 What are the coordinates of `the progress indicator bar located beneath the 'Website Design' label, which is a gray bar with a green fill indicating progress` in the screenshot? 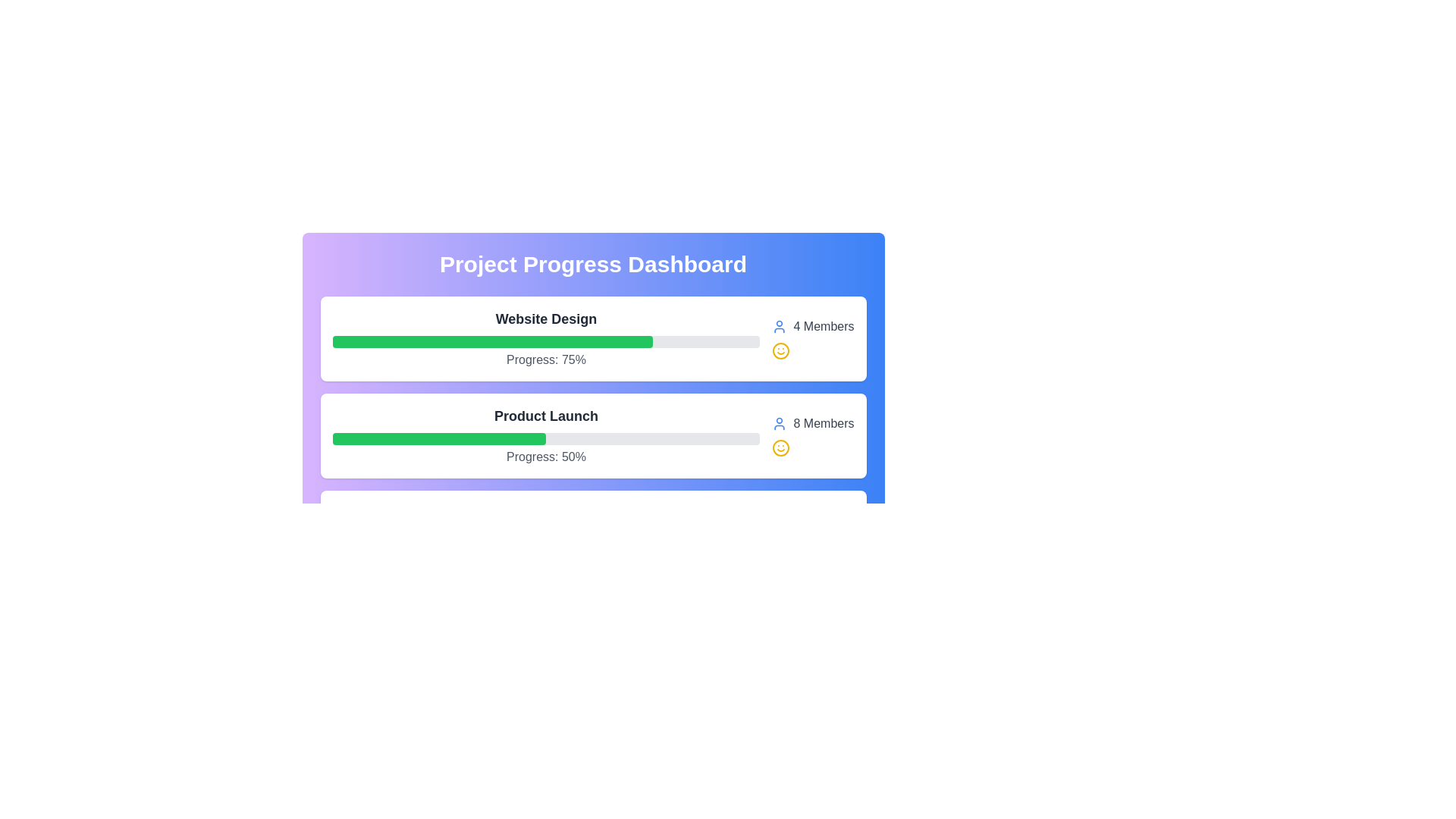 It's located at (546, 342).